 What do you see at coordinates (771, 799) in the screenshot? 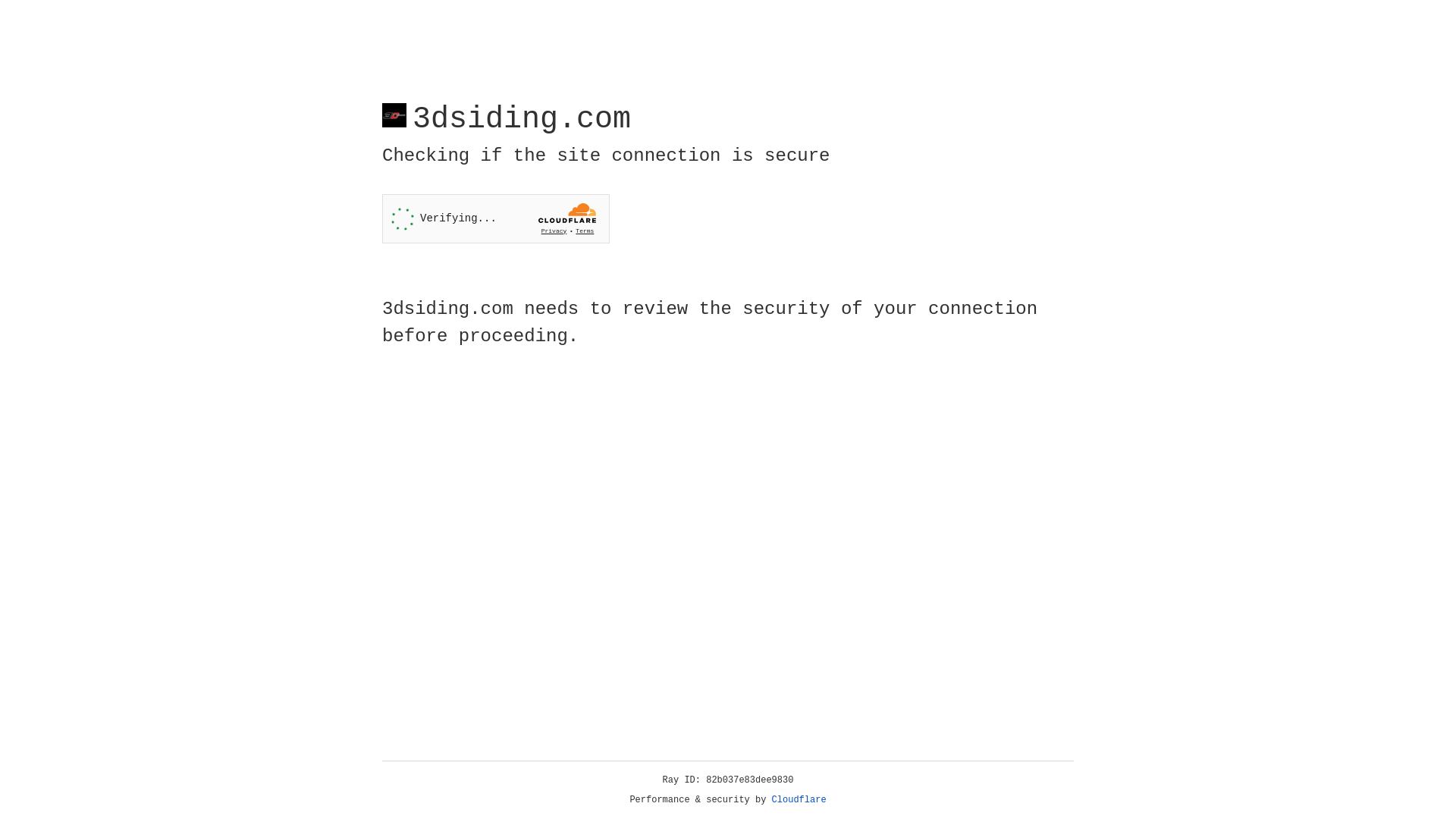
I see `'Cloudflare'` at bounding box center [771, 799].